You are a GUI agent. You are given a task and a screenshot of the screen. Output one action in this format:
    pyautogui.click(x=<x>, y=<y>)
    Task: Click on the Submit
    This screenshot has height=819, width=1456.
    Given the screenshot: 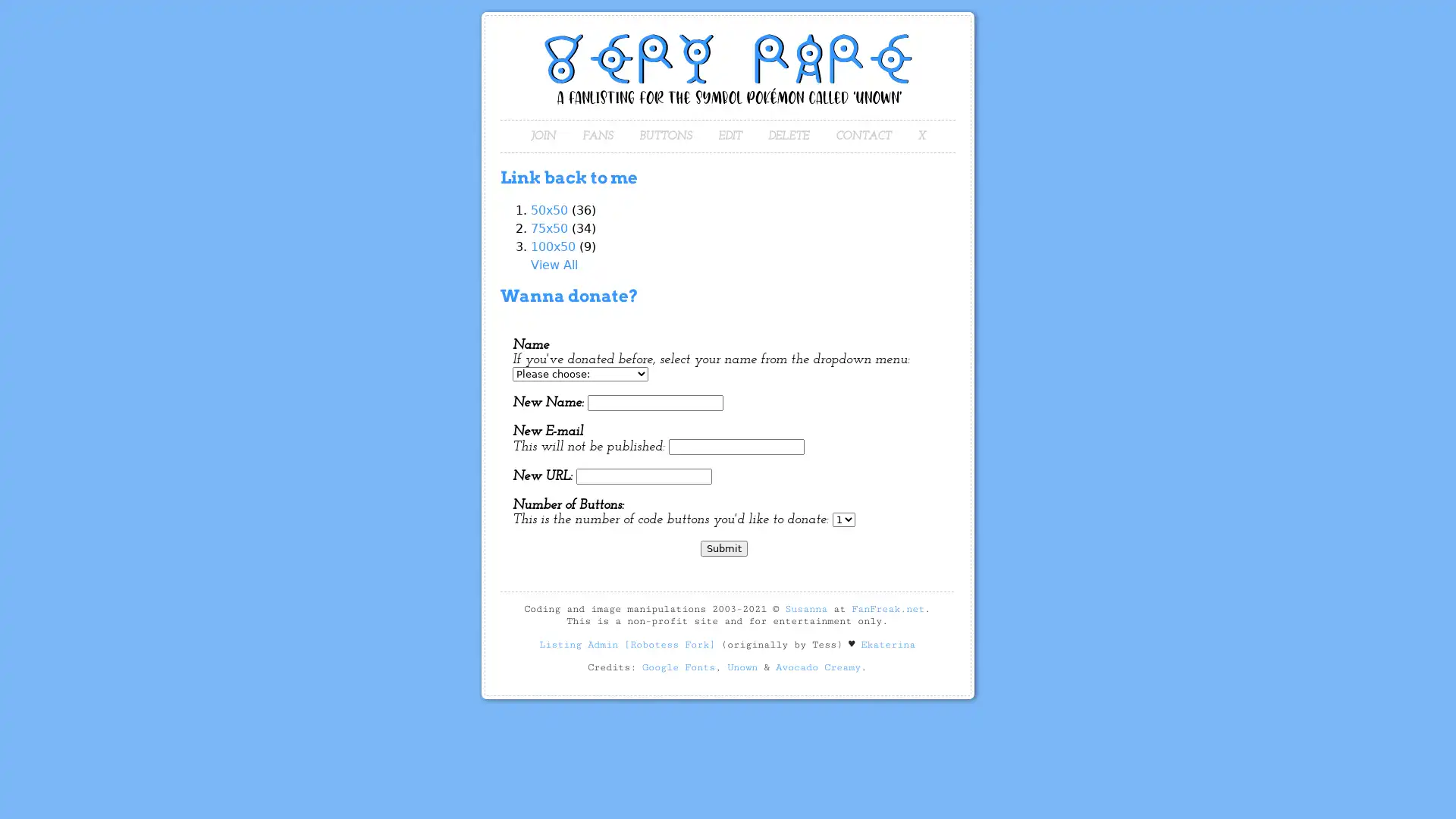 What is the action you would take?
    pyautogui.click(x=723, y=548)
    